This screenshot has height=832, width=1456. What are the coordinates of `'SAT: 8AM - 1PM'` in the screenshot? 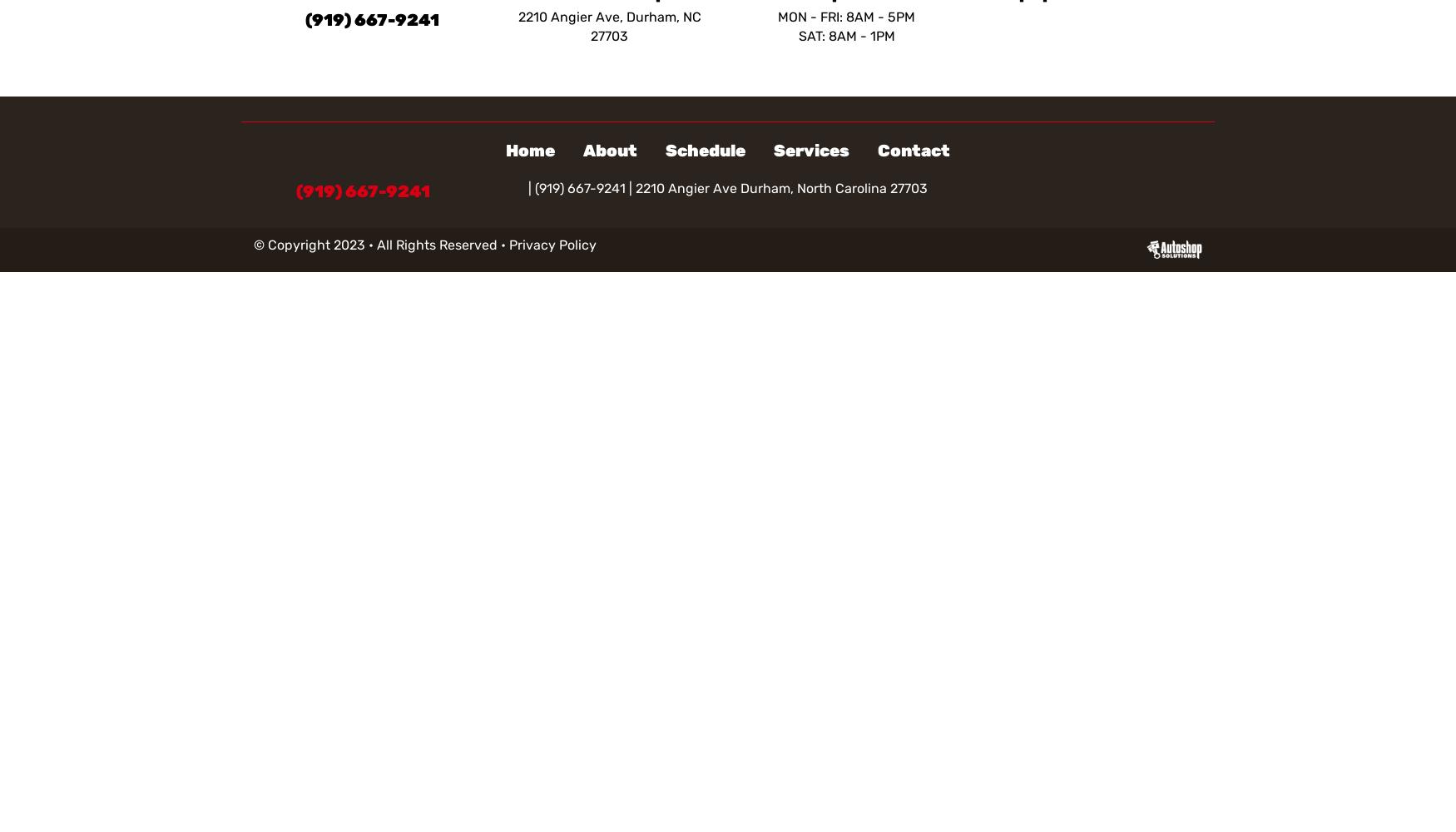 It's located at (844, 36).